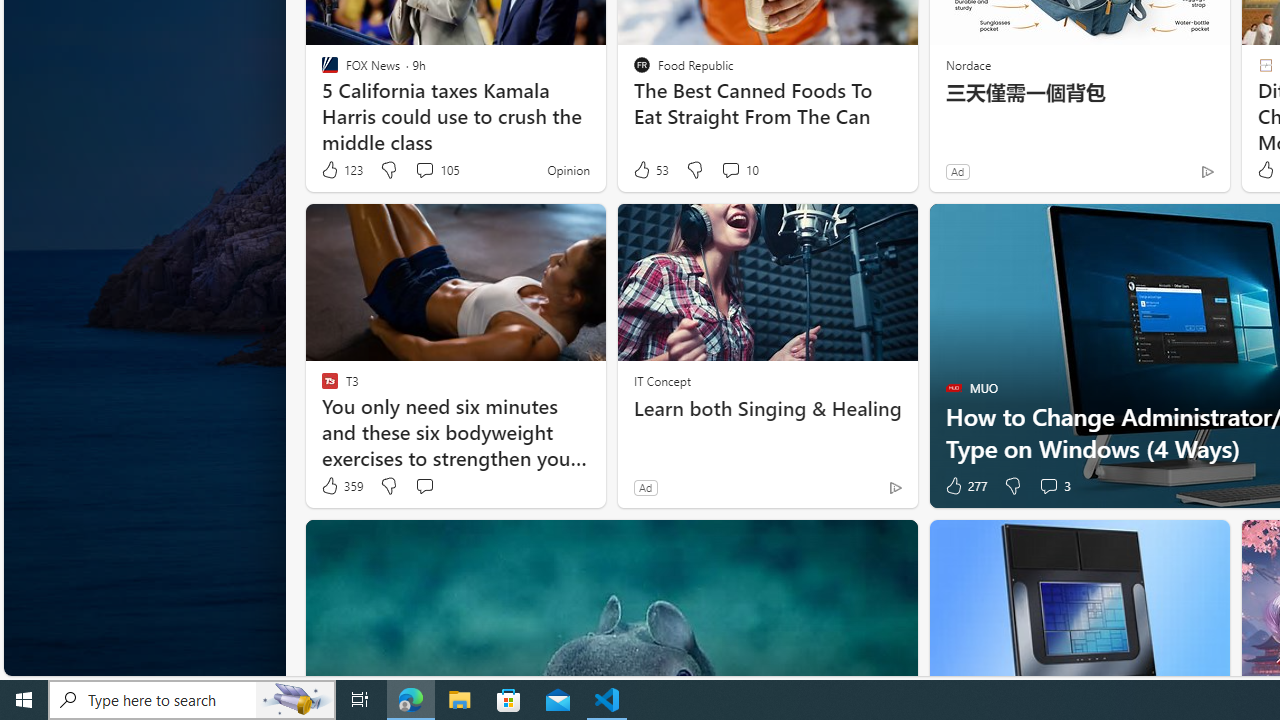  I want to click on '277 Like', so click(964, 486).